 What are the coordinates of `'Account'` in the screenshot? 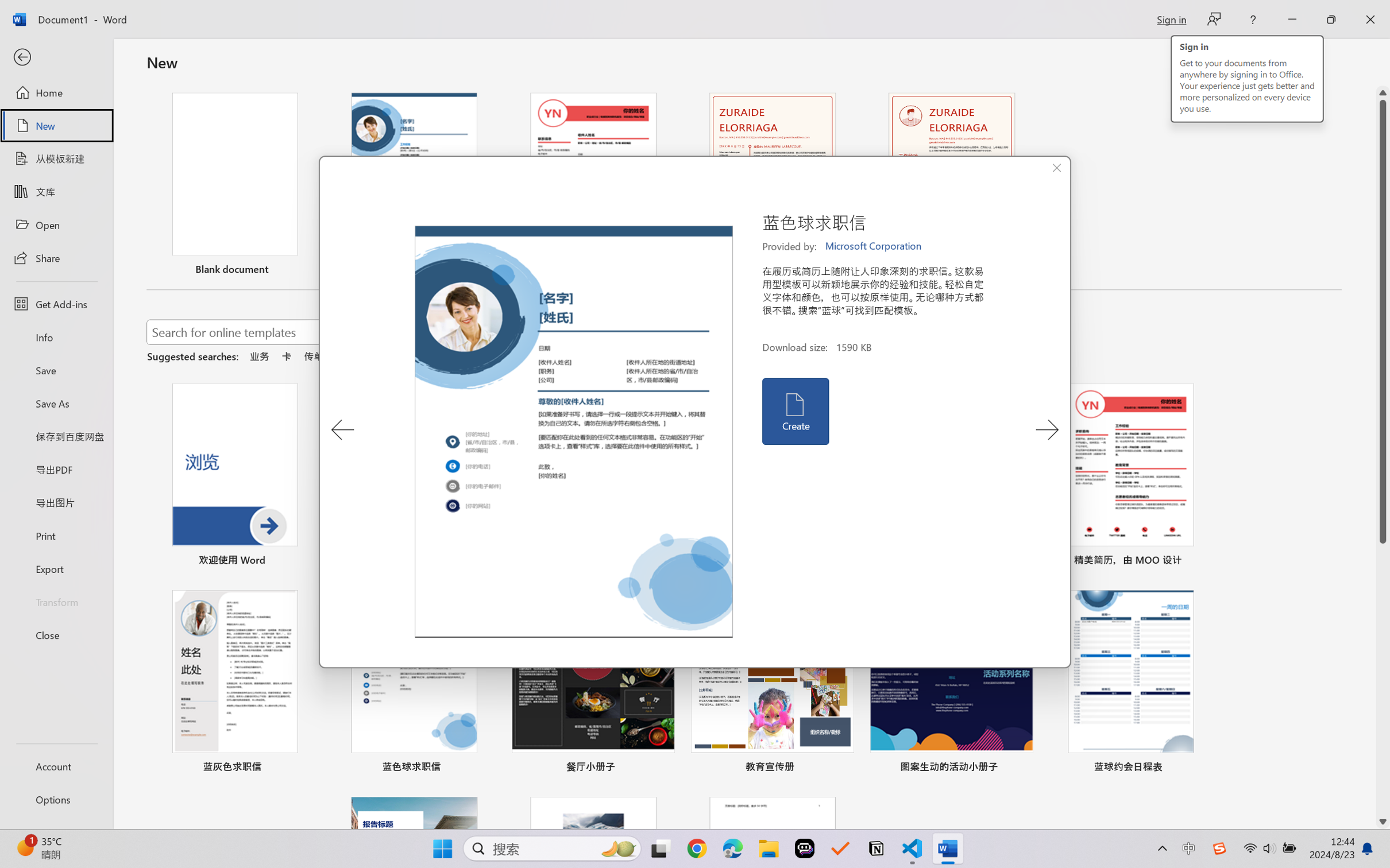 It's located at (56, 766).